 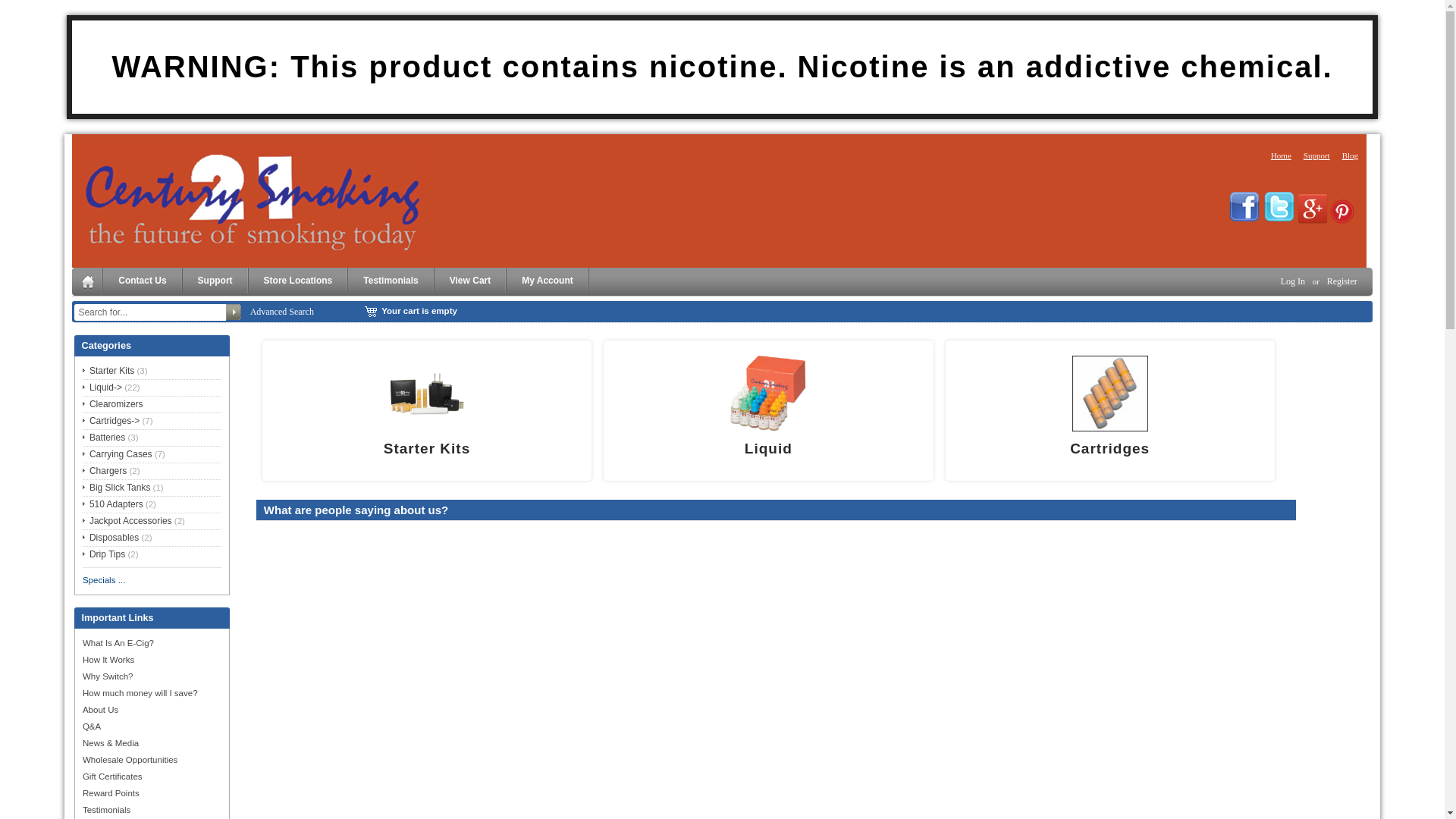 What do you see at coordinates (111, 403) in the screenshot?
I see `'Clearomizers'` at bounding box center [111, 403].